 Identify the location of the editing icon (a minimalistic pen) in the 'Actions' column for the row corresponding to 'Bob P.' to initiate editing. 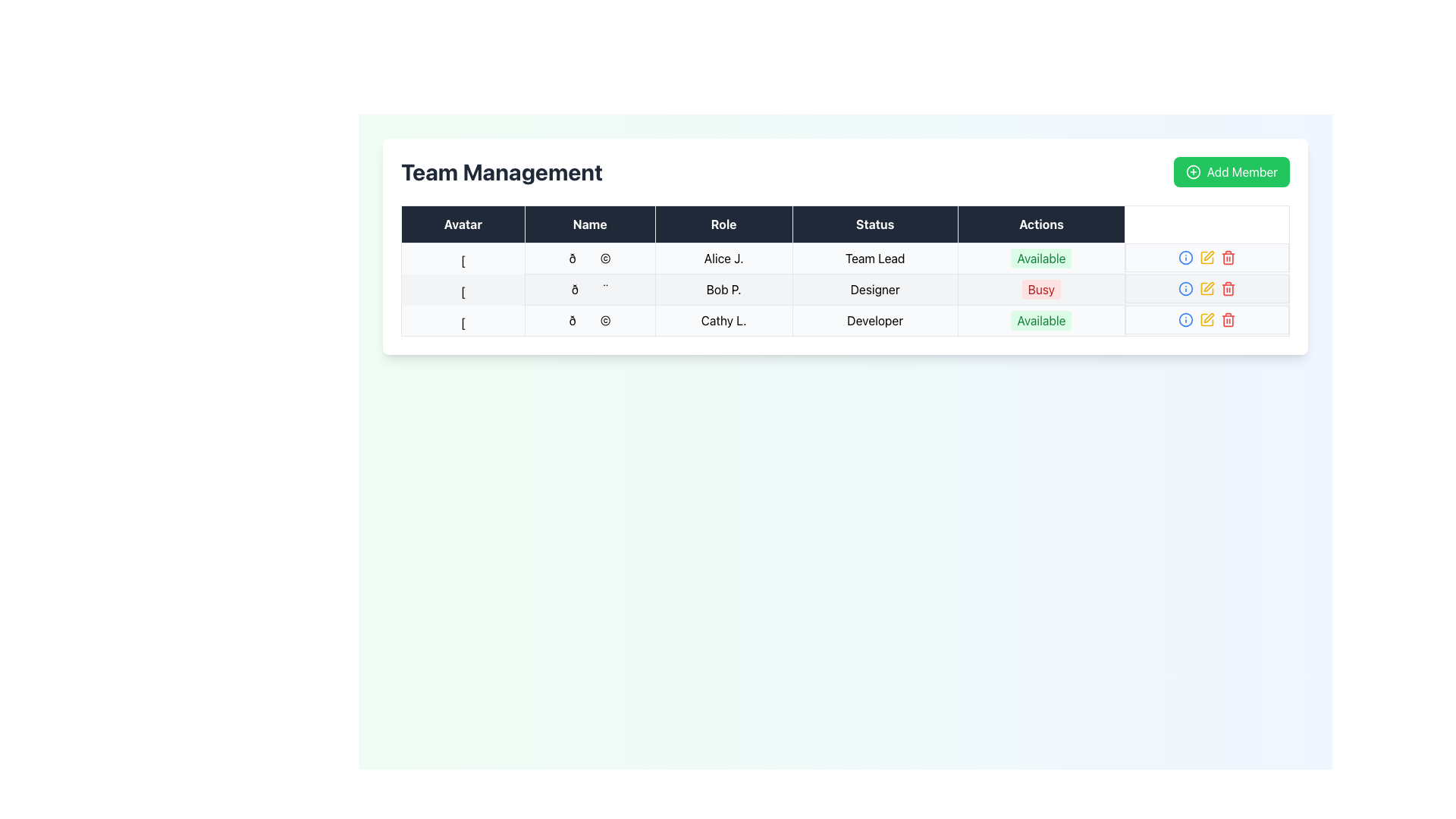
(1208, 254).